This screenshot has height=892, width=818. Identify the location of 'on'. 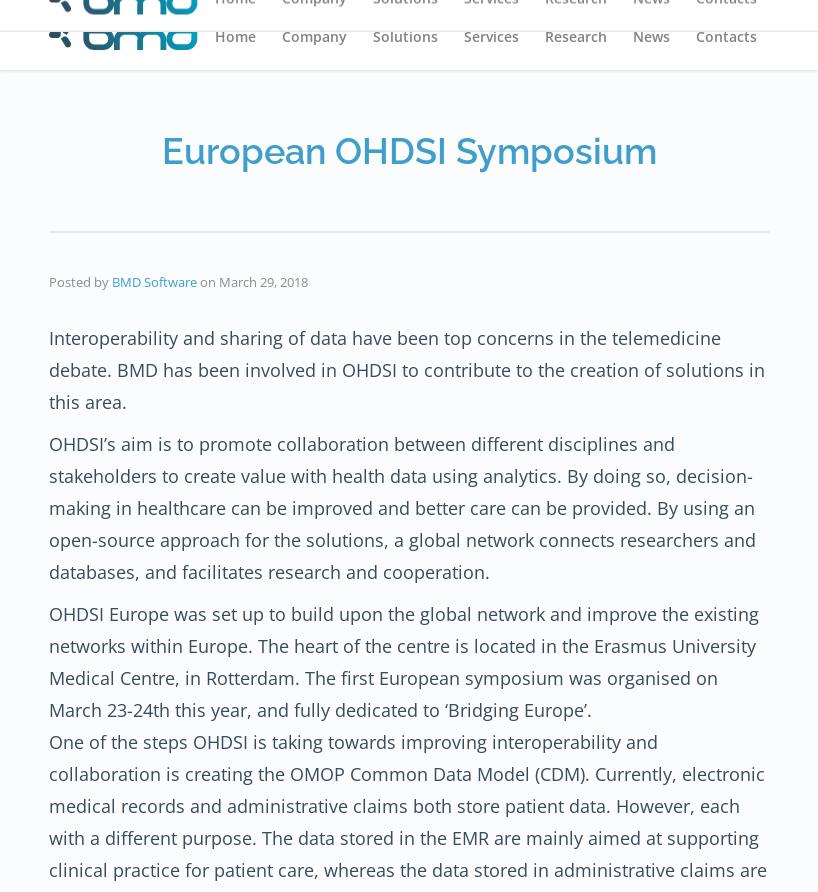
(209, 281).